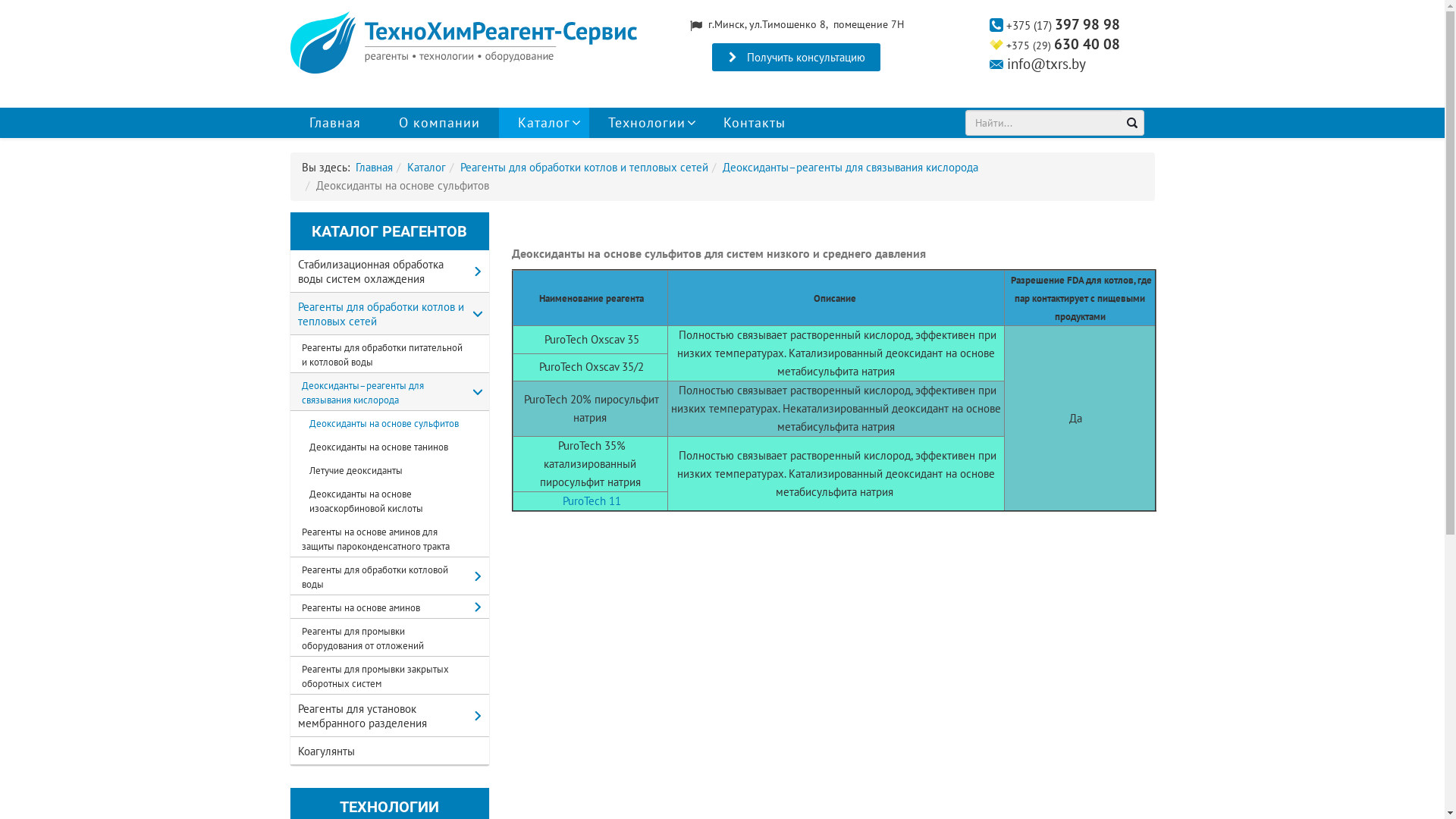 This screenshot has width=1456, height=819. What do you see at coordinates (1062, 45) in the screenshot?
I see `'+375 (29) 630 40 08'` at bounding box center [1062, 45].